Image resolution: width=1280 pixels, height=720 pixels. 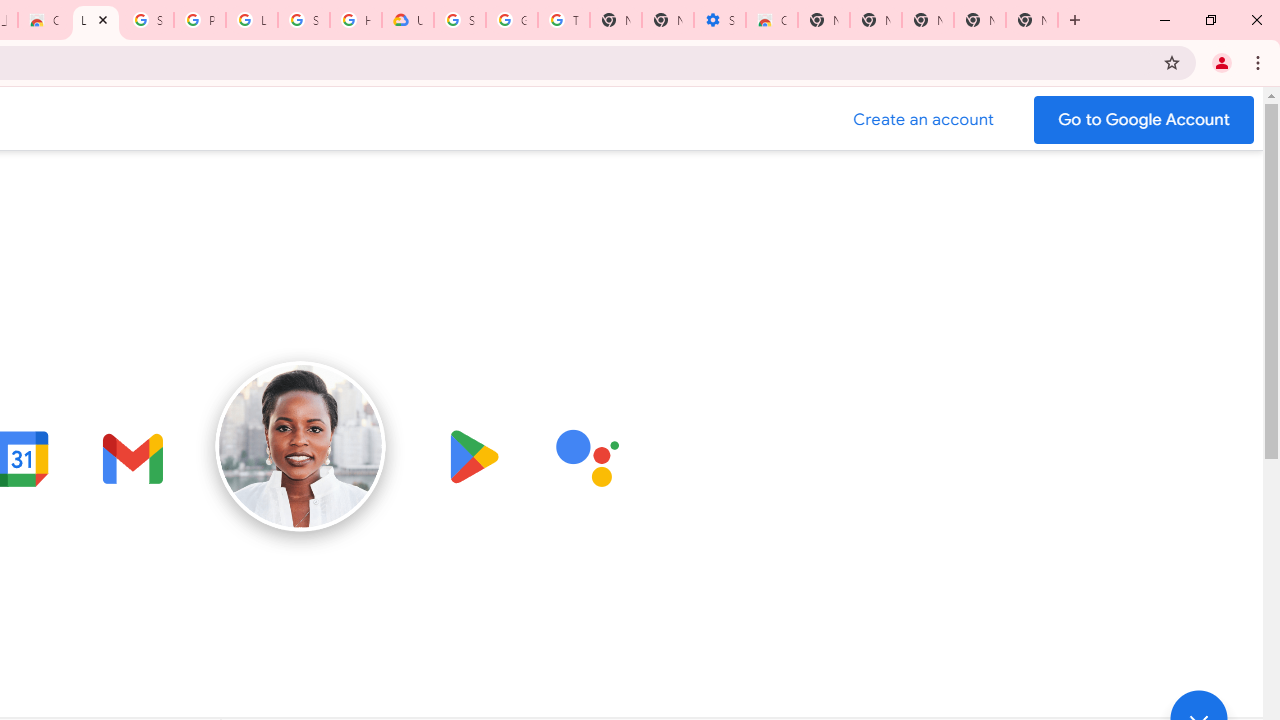 I want to click on 'Close', so click(x=102, y=19).